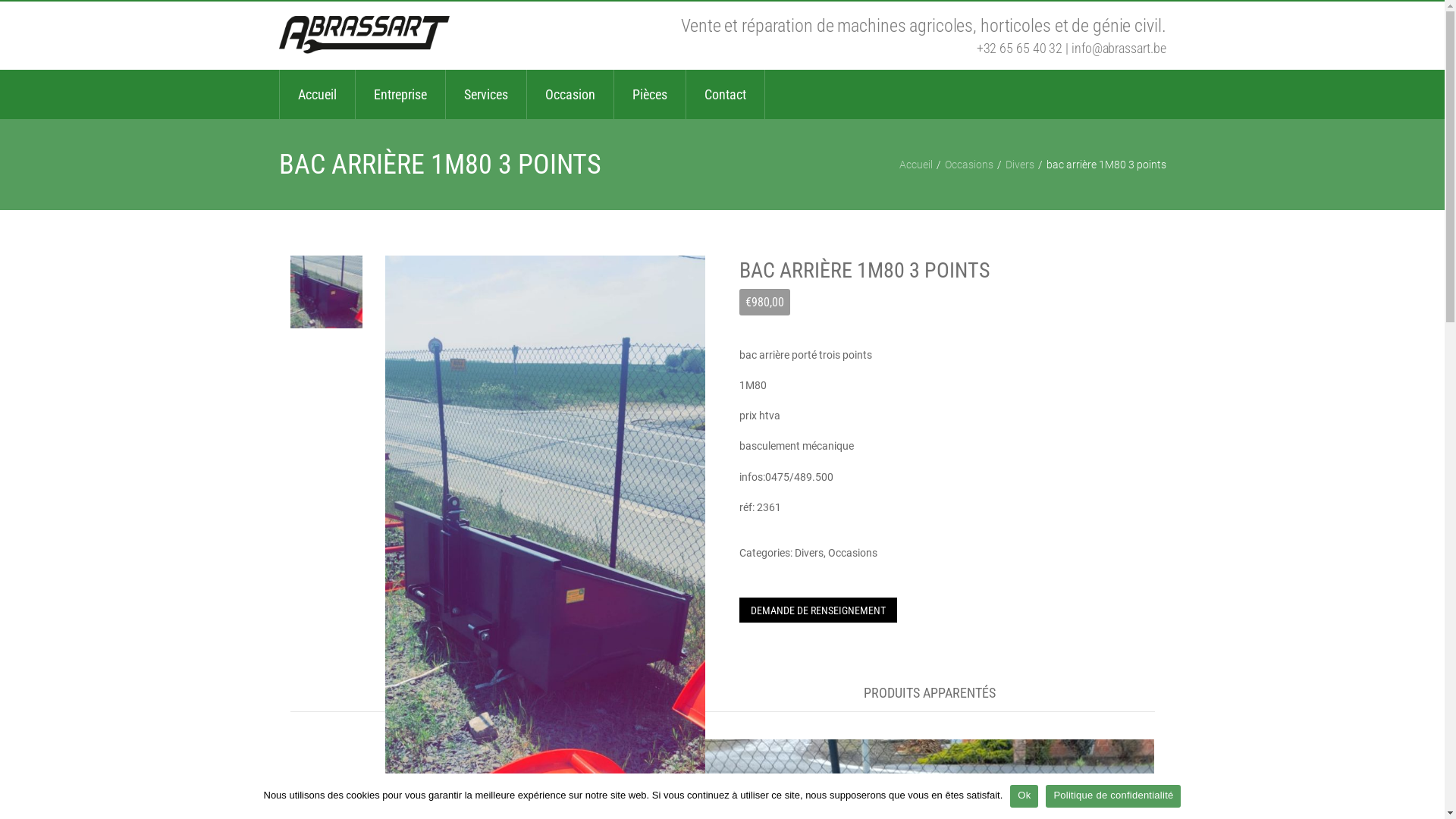 The image size is (1456, 819). I want to click on 'Occasions', so click(968, 164).